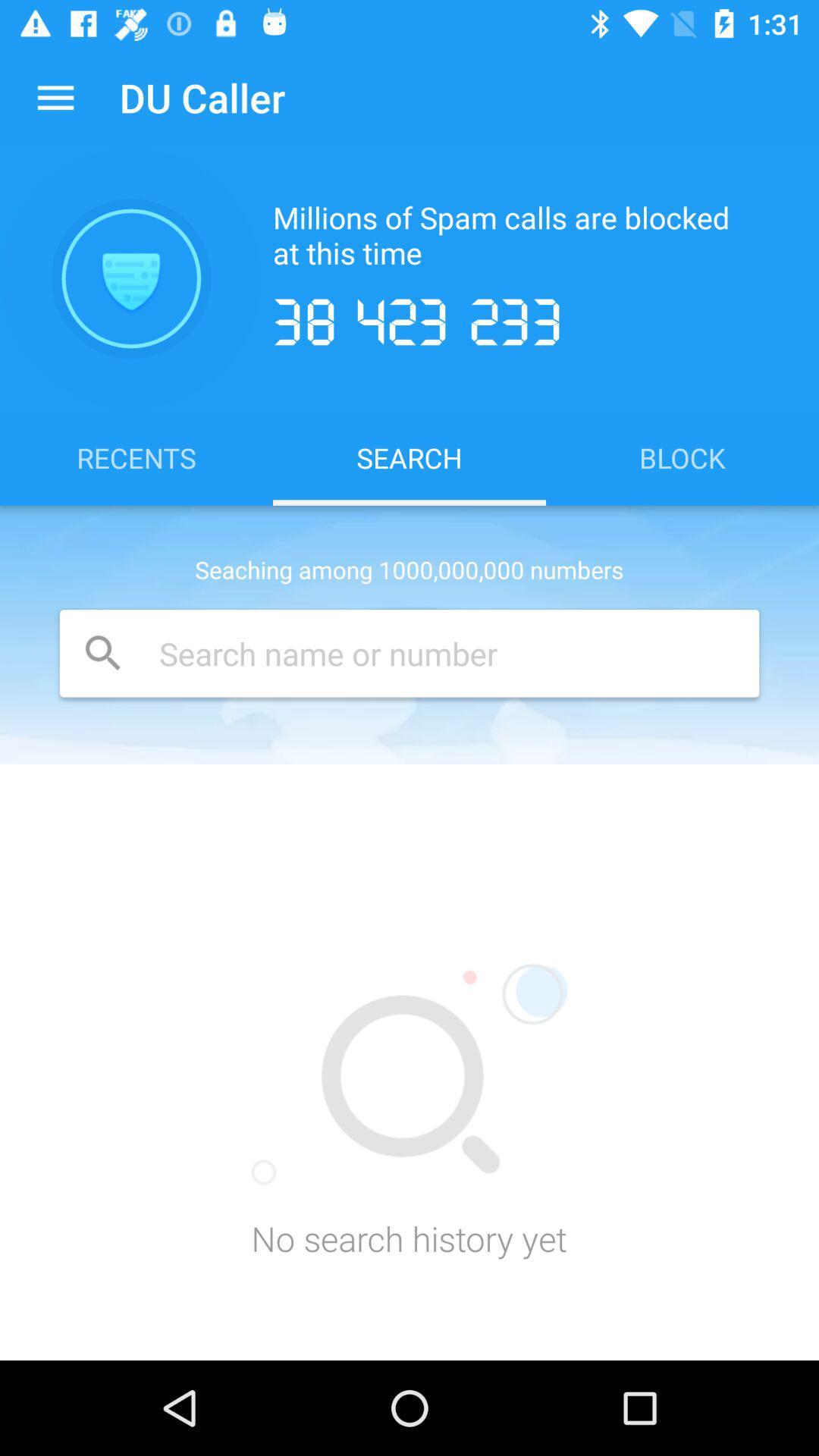 The width and height of the screenshot is (819, 1456). I want to click on item next to search, so click(136, 457).